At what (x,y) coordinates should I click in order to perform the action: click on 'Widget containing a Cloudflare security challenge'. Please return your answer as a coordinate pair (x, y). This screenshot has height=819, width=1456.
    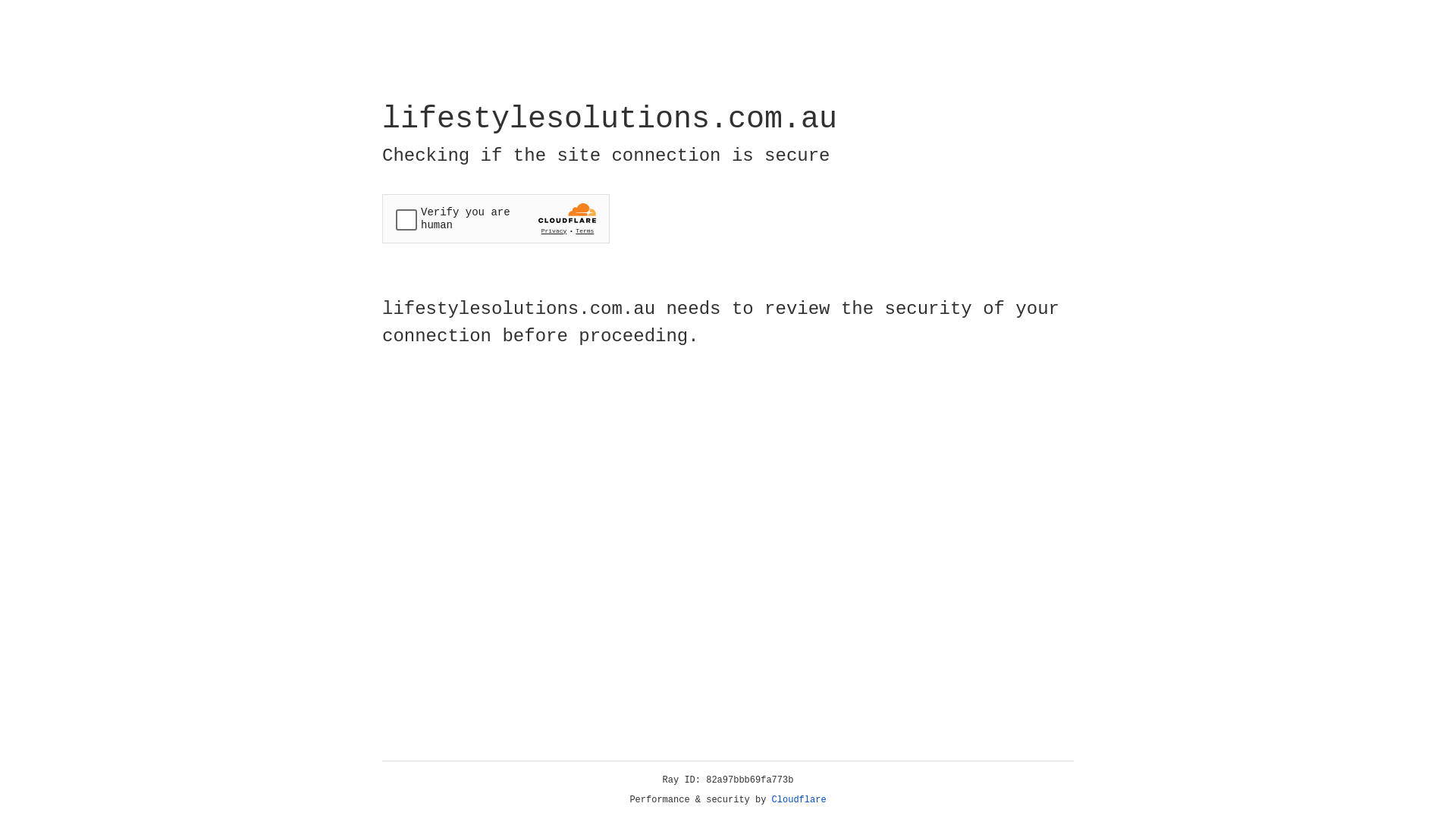
    Looking at the image, I should click on (495, 218).